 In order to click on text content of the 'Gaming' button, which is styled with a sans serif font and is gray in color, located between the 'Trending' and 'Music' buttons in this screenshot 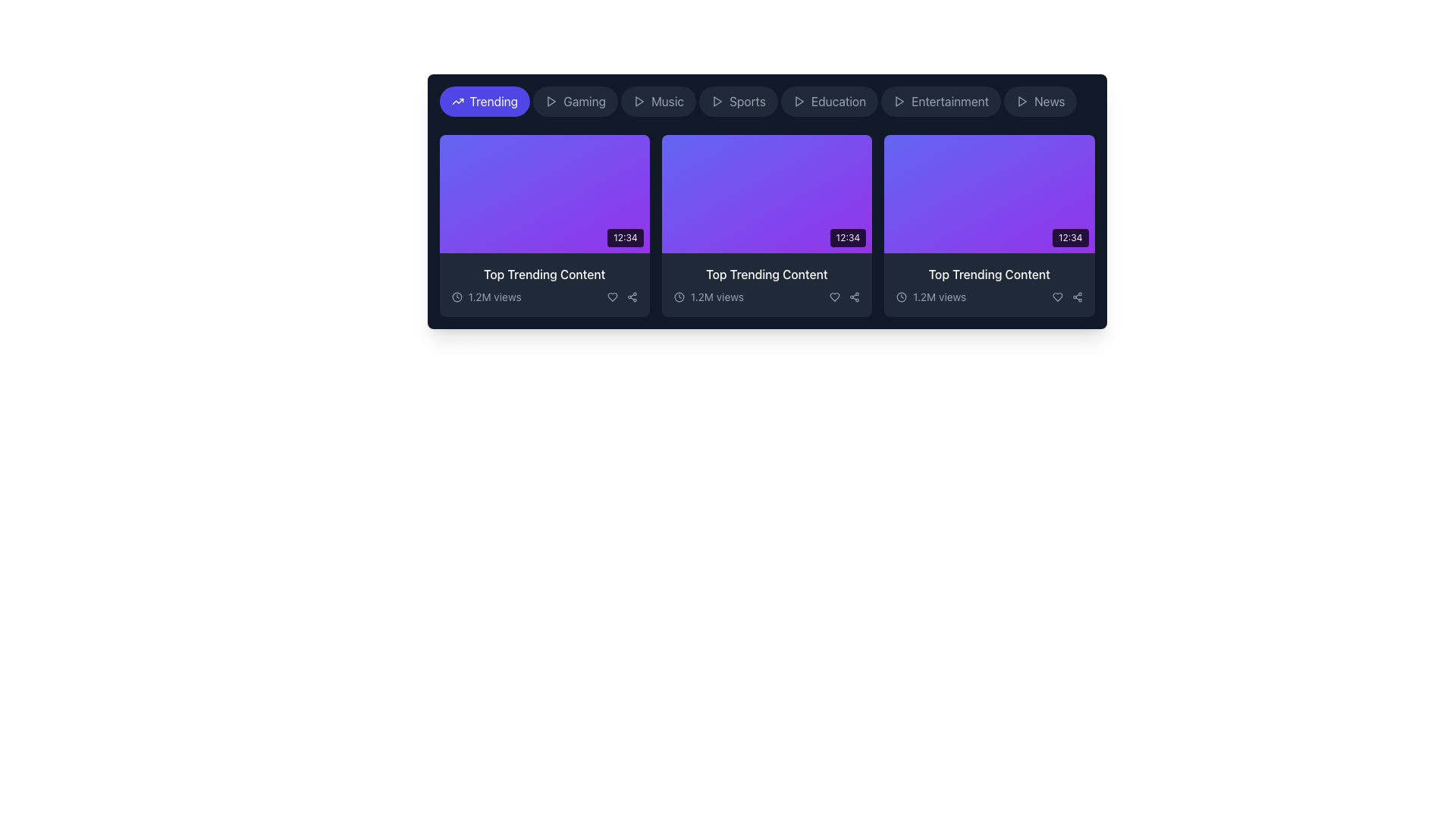, I will do `click(584, 102)`.